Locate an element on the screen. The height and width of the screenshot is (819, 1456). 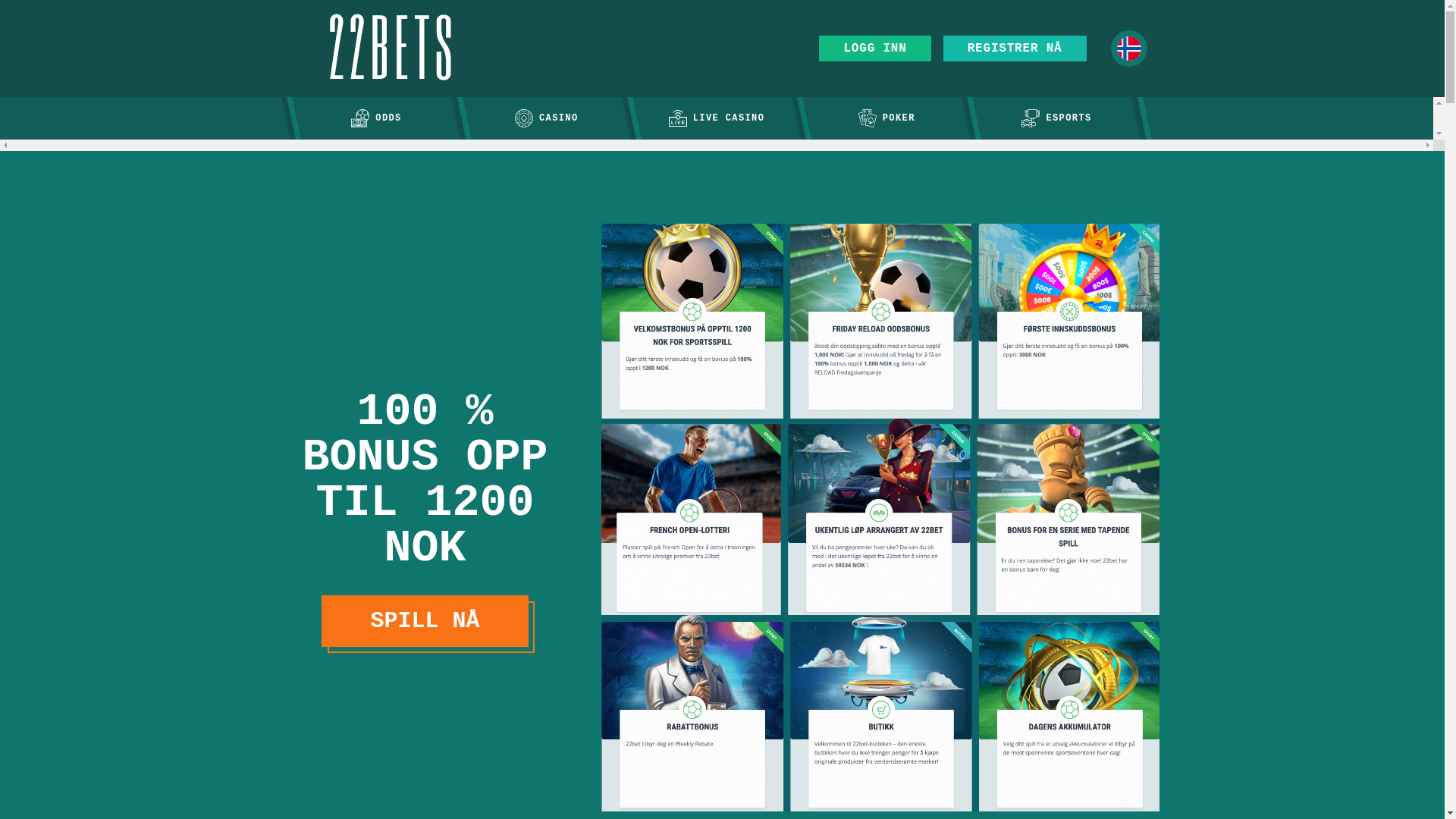
'LOGG INN' is located at coordinates (818, 48).